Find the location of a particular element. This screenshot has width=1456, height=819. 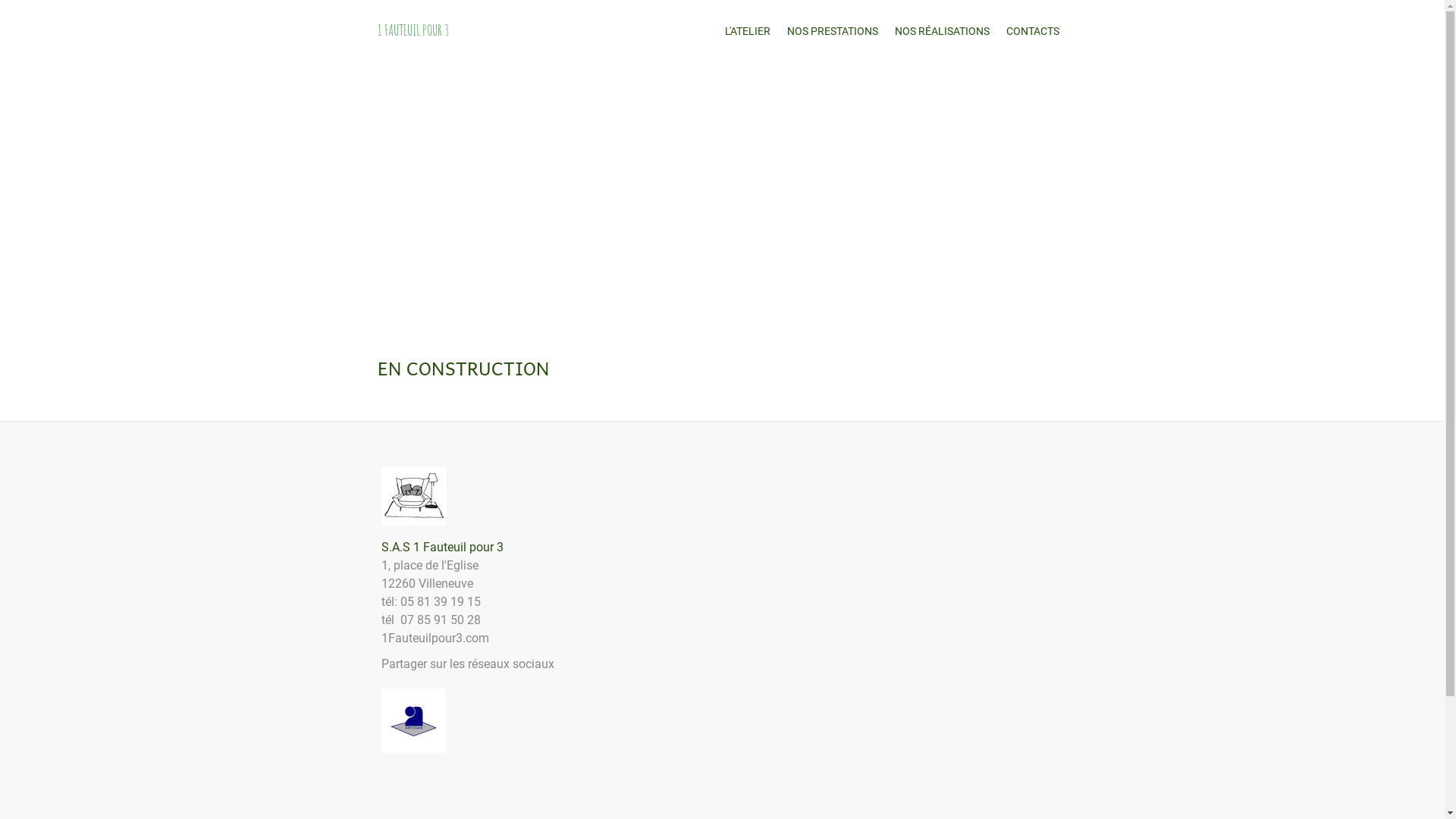

'NOS PRESTATIONS' is located at coordinates (778, 31).